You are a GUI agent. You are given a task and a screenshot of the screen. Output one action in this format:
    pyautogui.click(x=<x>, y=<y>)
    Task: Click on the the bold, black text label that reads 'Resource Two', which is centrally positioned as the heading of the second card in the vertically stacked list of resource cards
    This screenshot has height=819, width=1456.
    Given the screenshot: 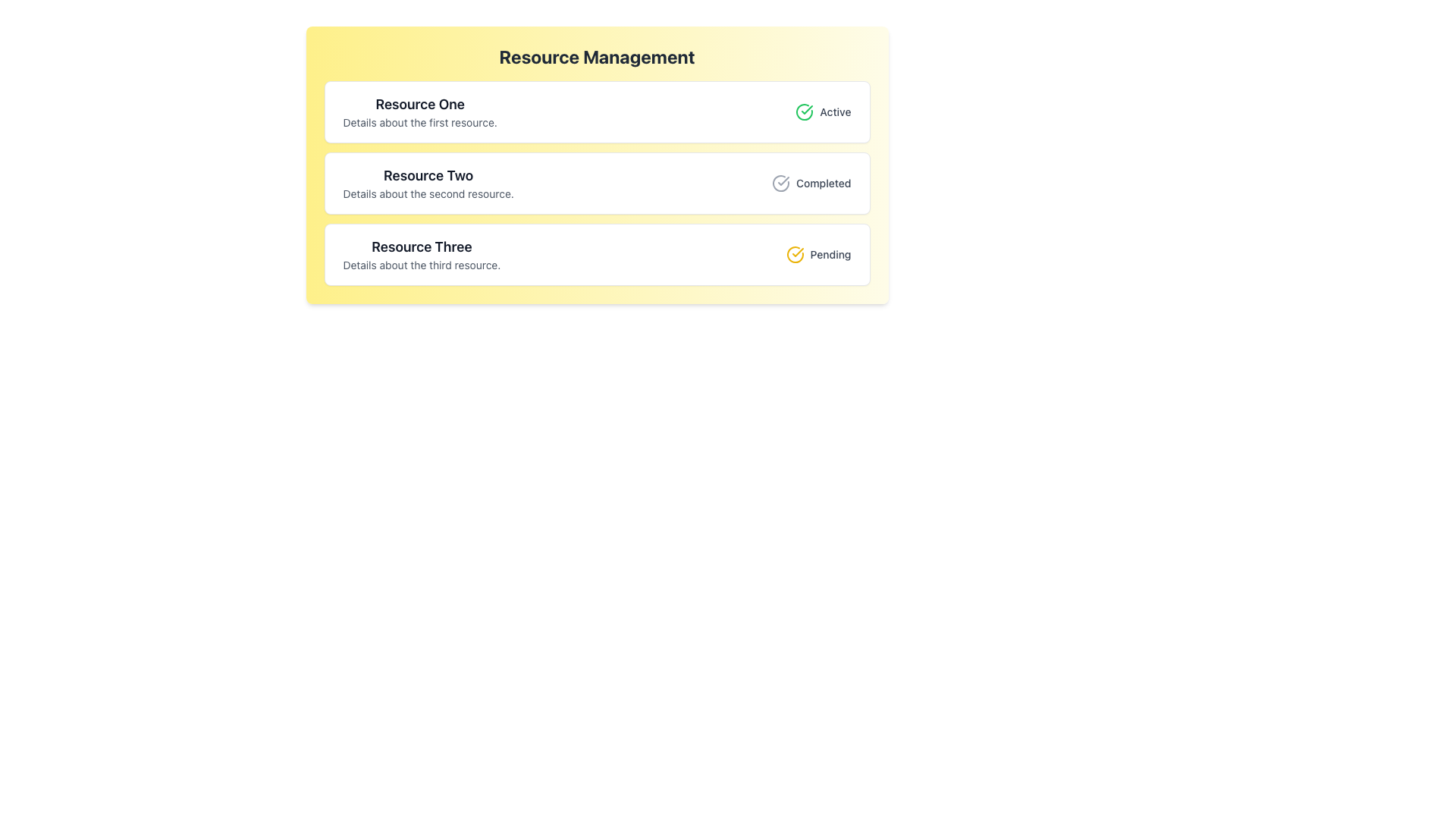 What is the action you would take?
    pyautogui.click(x=428, y=174)
    